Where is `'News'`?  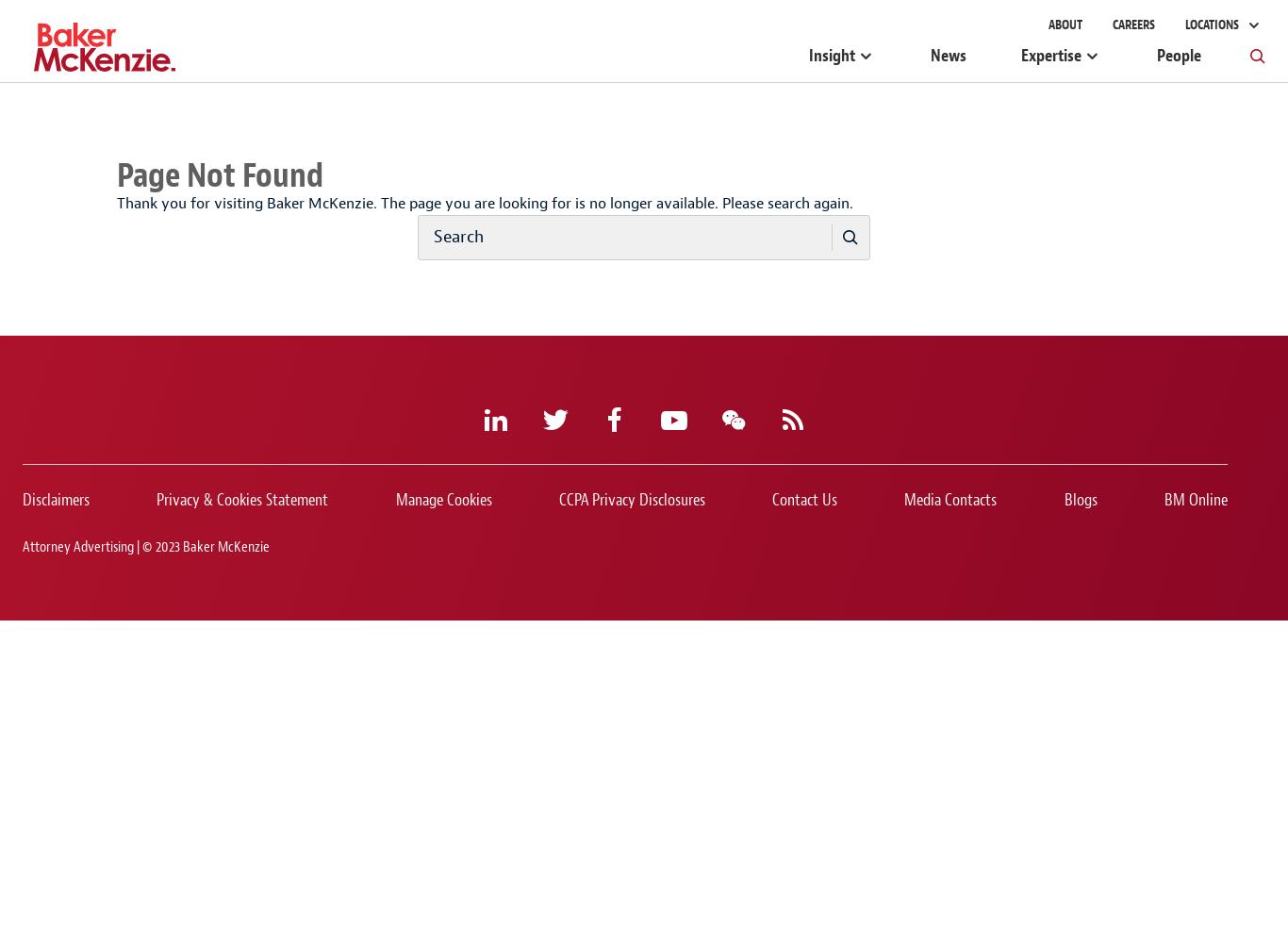 'News' is located at coordinates (949, 56).